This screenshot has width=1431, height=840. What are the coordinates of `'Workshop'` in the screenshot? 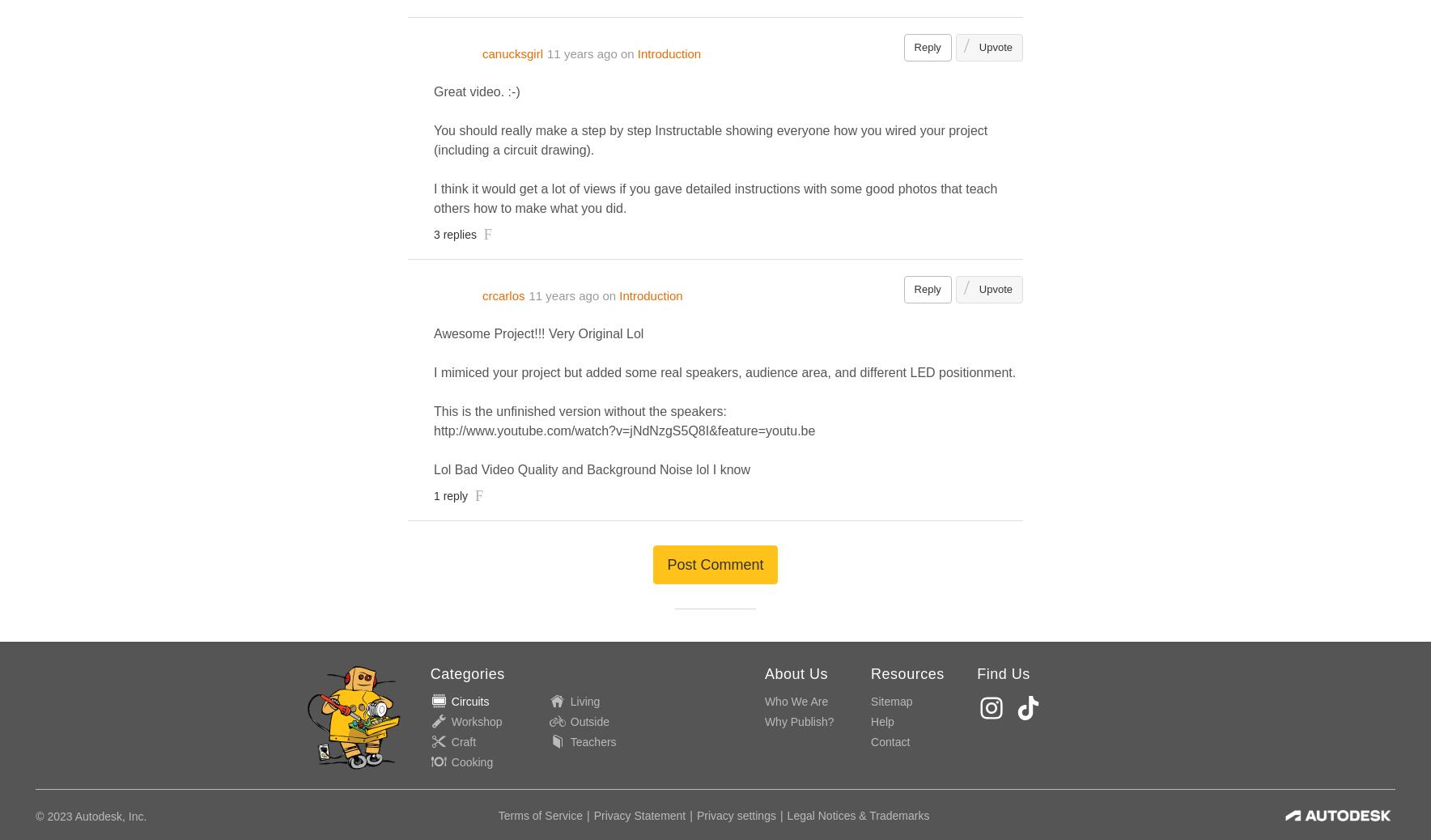 It's located at (449, 721).